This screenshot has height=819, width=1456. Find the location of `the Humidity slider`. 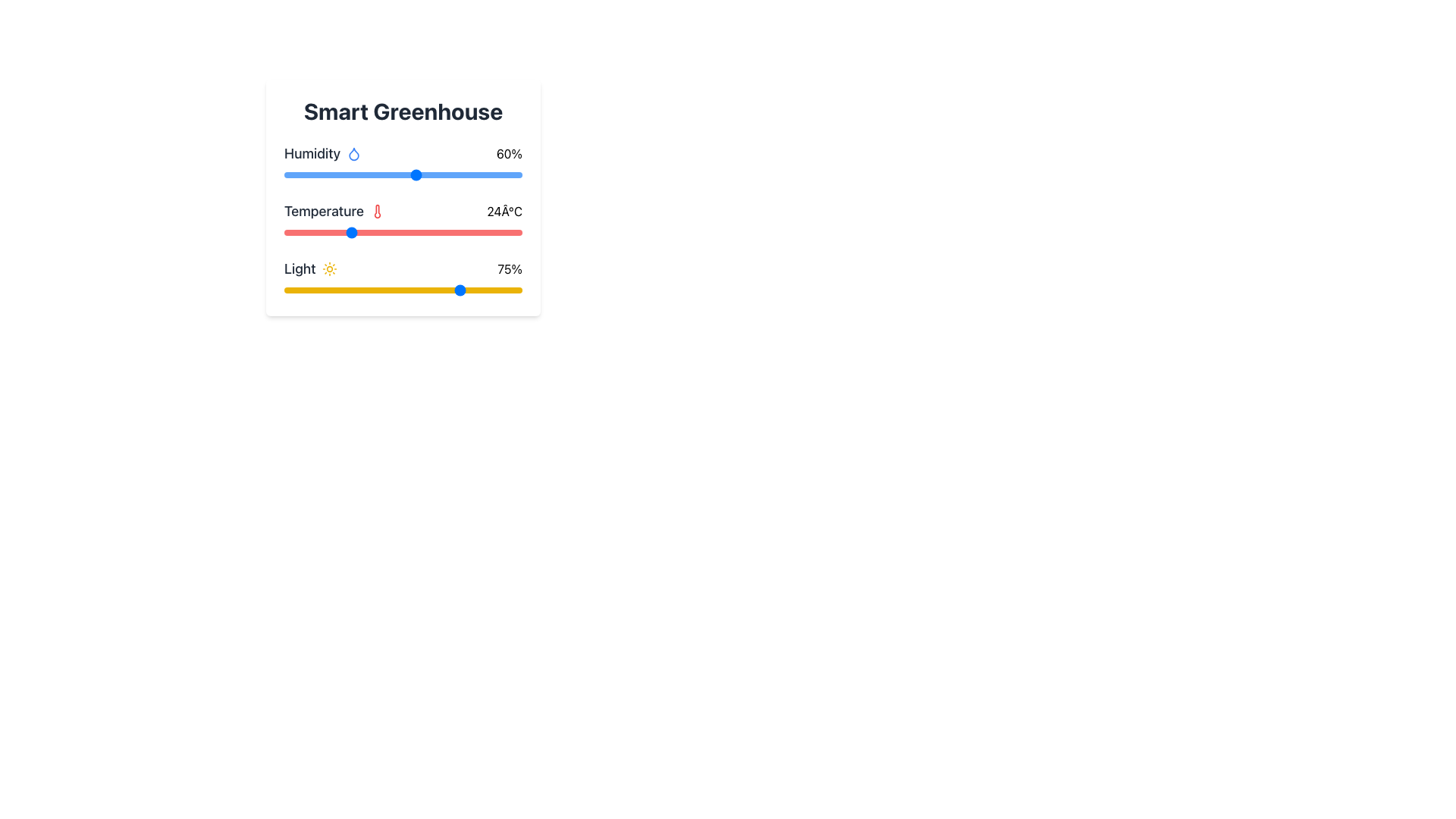

the Humidity slider is located at coordinates (393, 174).